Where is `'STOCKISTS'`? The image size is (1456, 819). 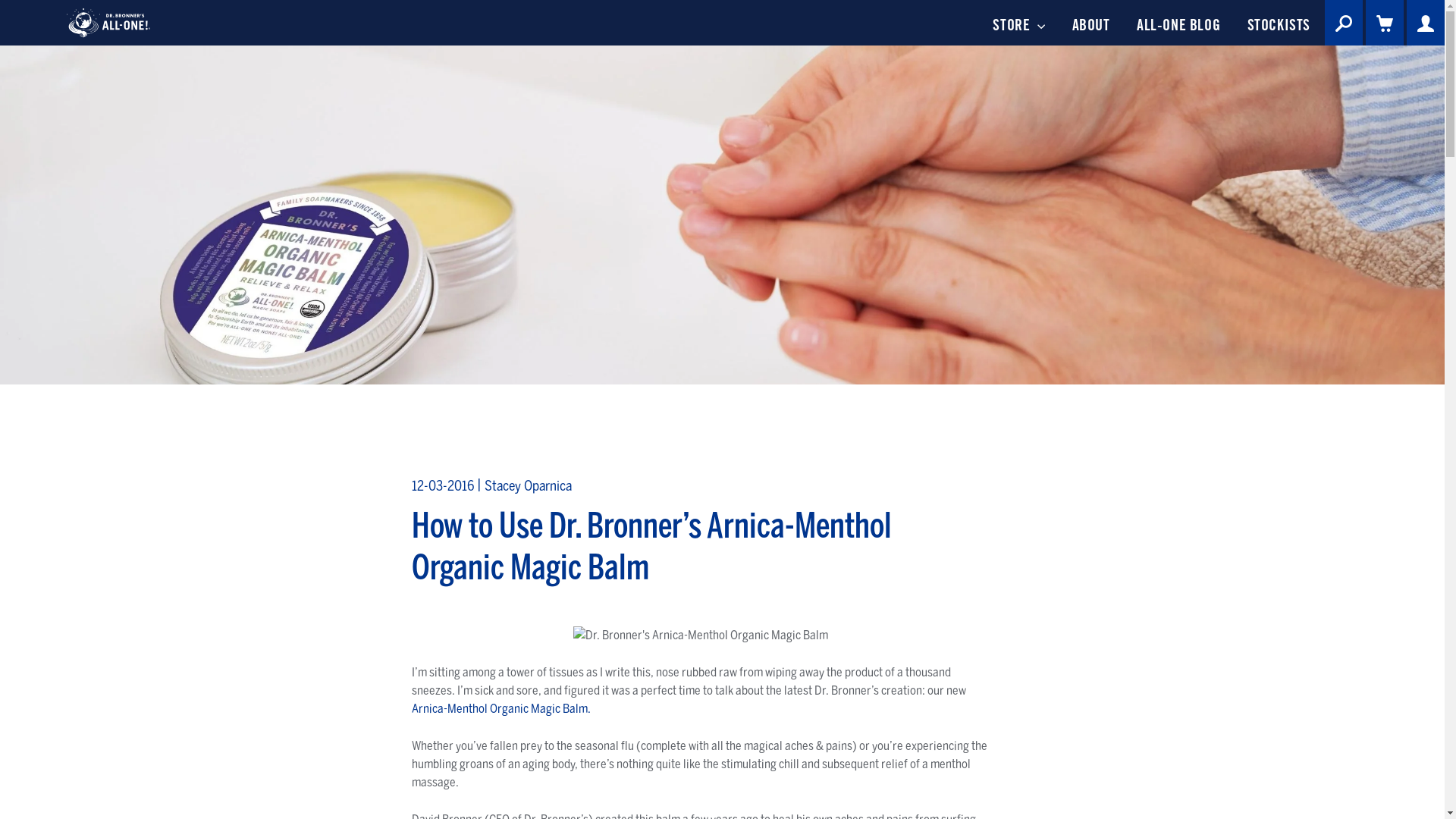
'STOCKISTS' is located at coordinates (1278, 23).